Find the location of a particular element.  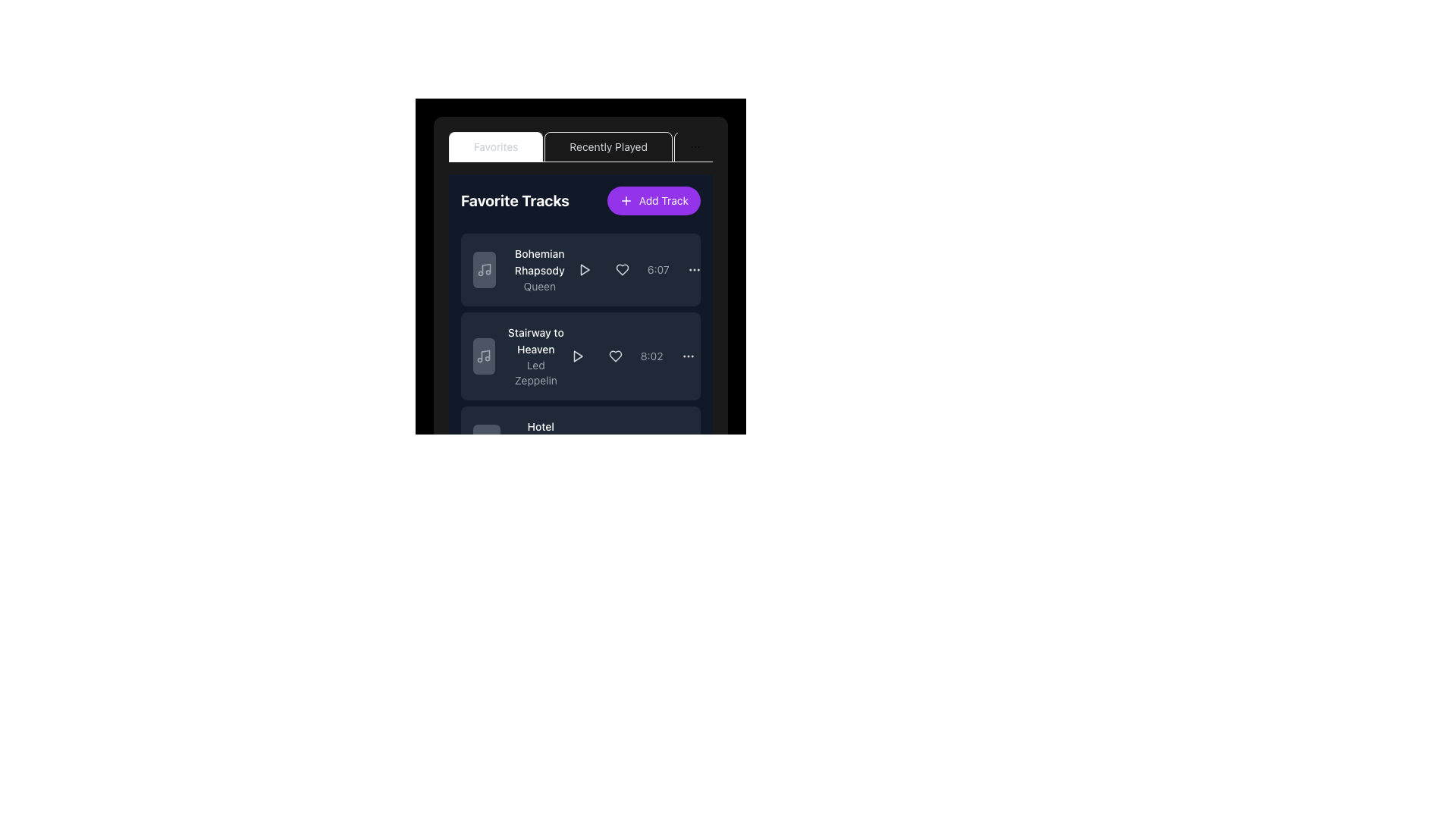

the text label 'Hotel California' in the 'Favorite Tracks' section is located at coordinates (541, 435).